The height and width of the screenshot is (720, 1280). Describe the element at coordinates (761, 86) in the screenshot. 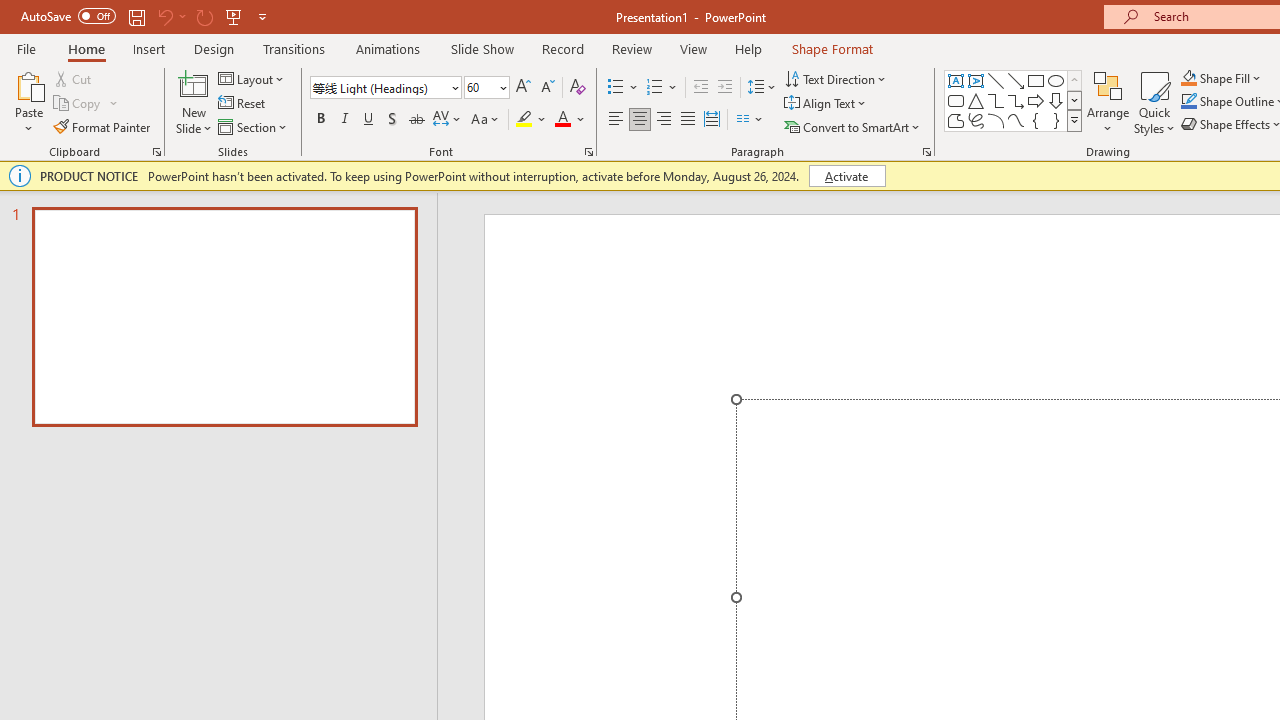

I see `'Line Spacing'` at that location.